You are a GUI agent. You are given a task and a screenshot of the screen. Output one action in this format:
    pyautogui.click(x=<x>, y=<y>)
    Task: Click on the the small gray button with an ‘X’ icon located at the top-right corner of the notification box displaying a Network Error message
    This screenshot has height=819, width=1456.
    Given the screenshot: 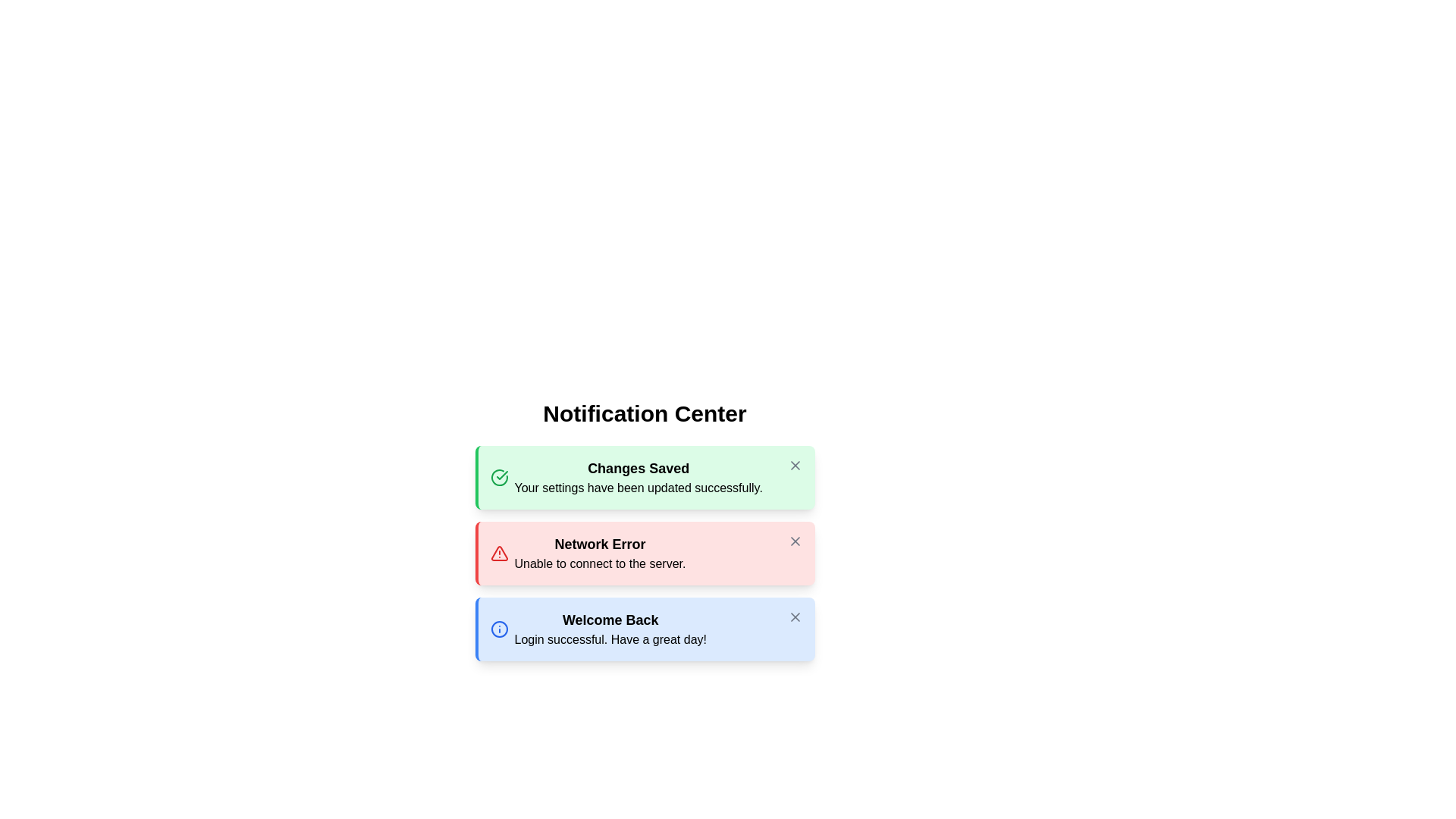 What is the action you would take?
    pyautogui.click(x=794, y=540)
    